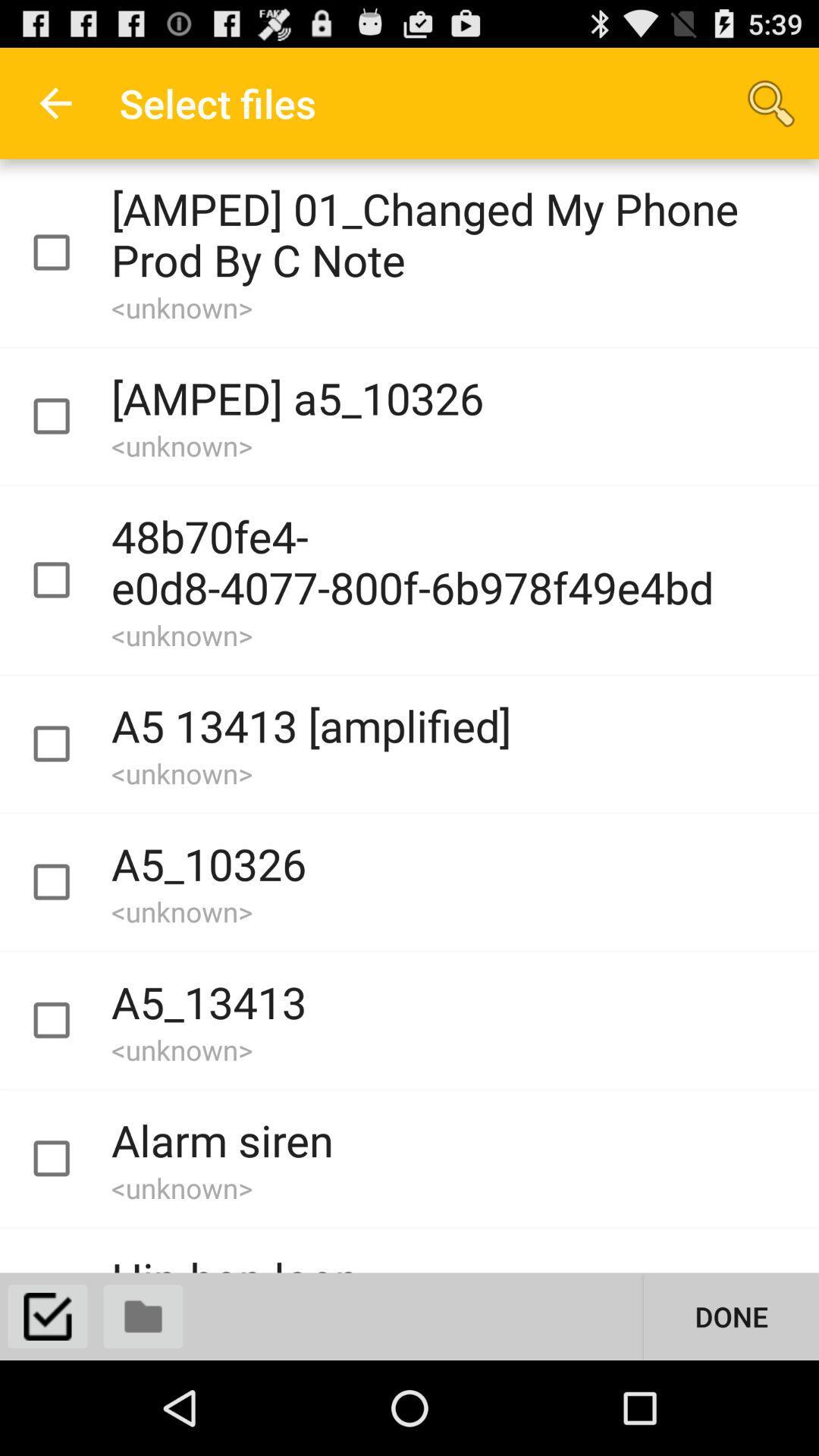 The image size is (819, 1456). What do you see at coordinates (143, 1316) in the screenshot?
I see `files` at bounding box center [143, 1316].